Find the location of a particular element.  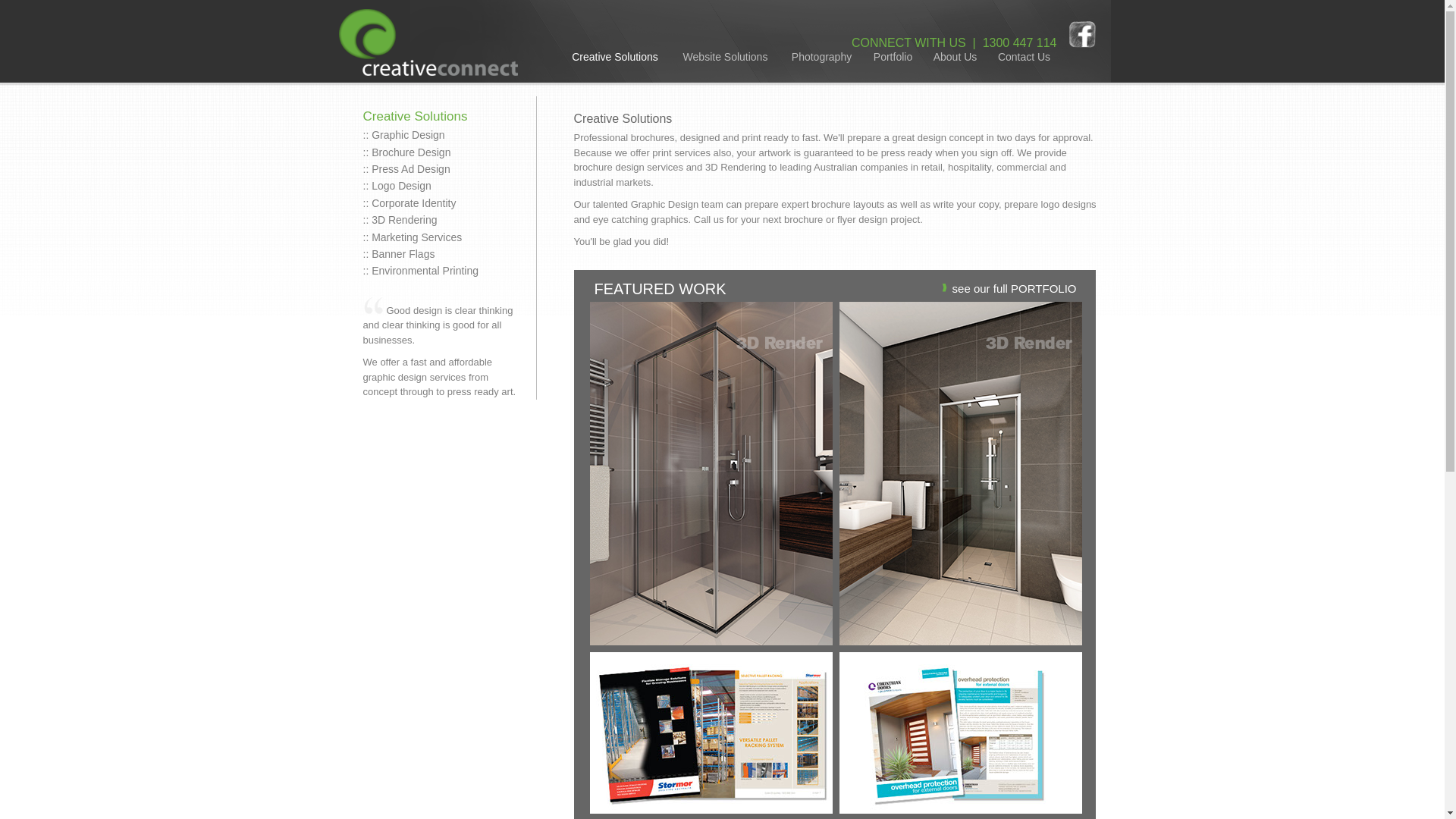

':: Environmental Printing' is located at coordinates (420, 270).